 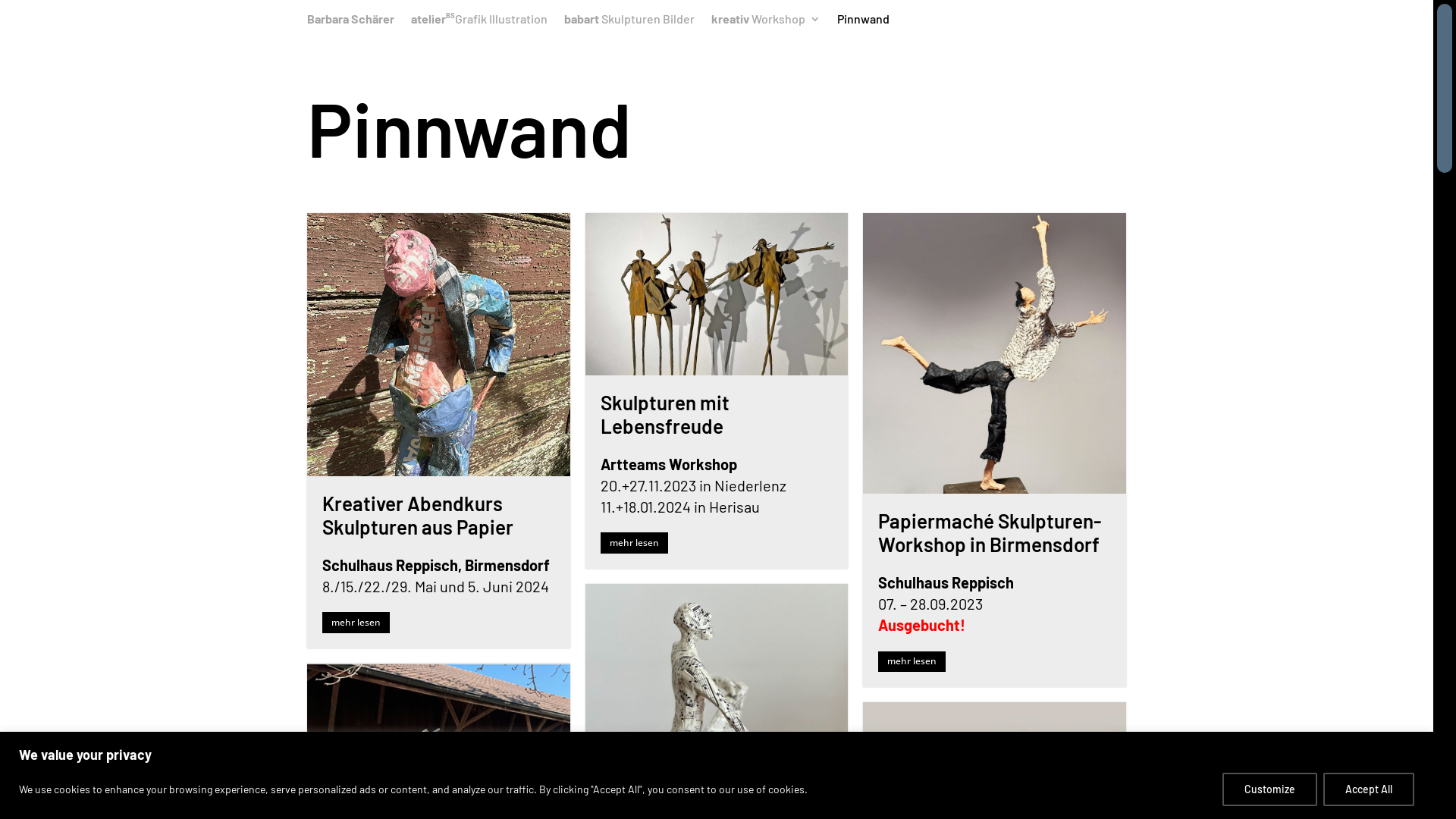 I want to click on 'Kreativer Abendkurs, so click(x=418, y=513).